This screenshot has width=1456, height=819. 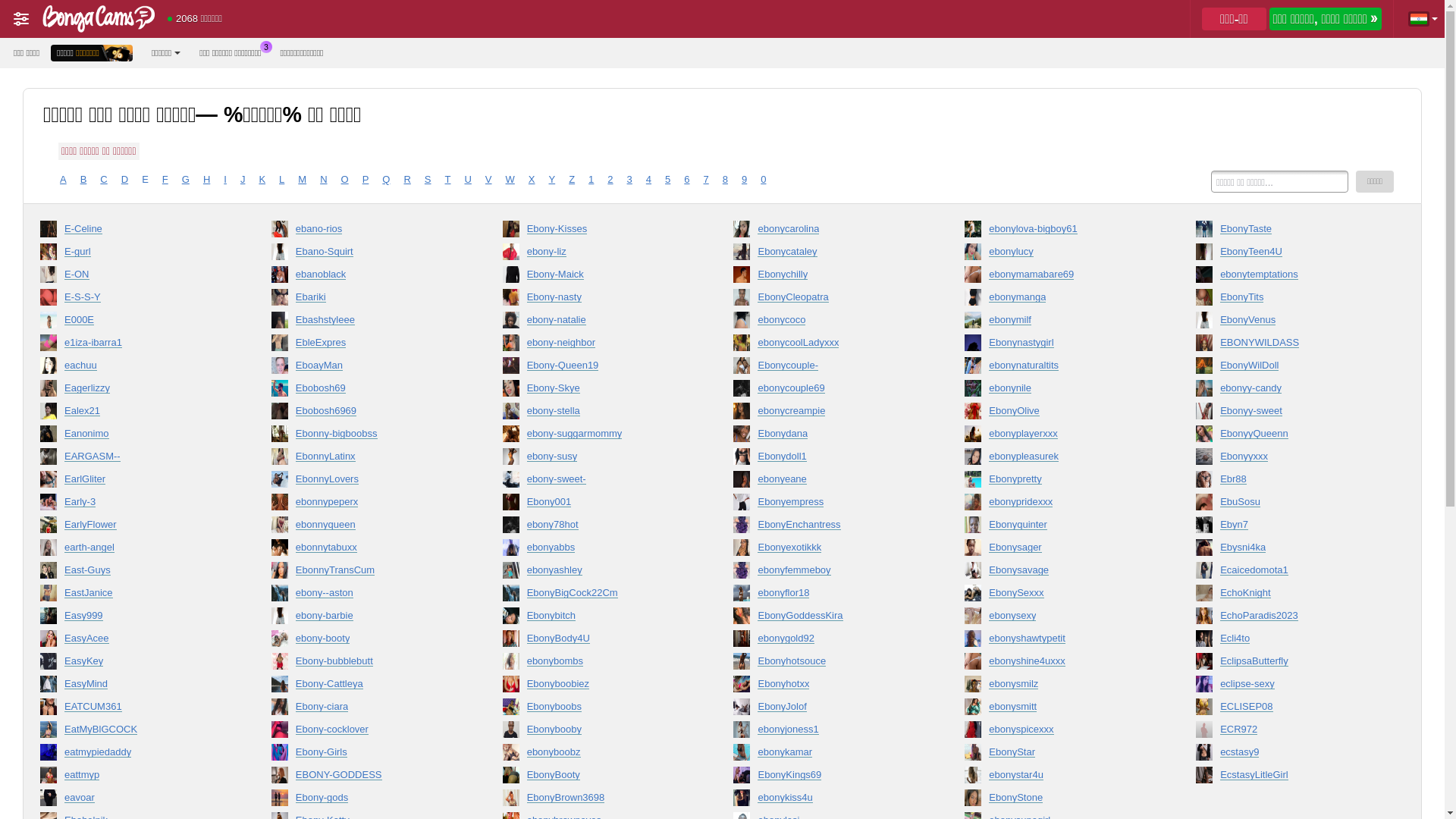 I want to click on 'EBONYWILDASS', so click(x=1288, y=345).